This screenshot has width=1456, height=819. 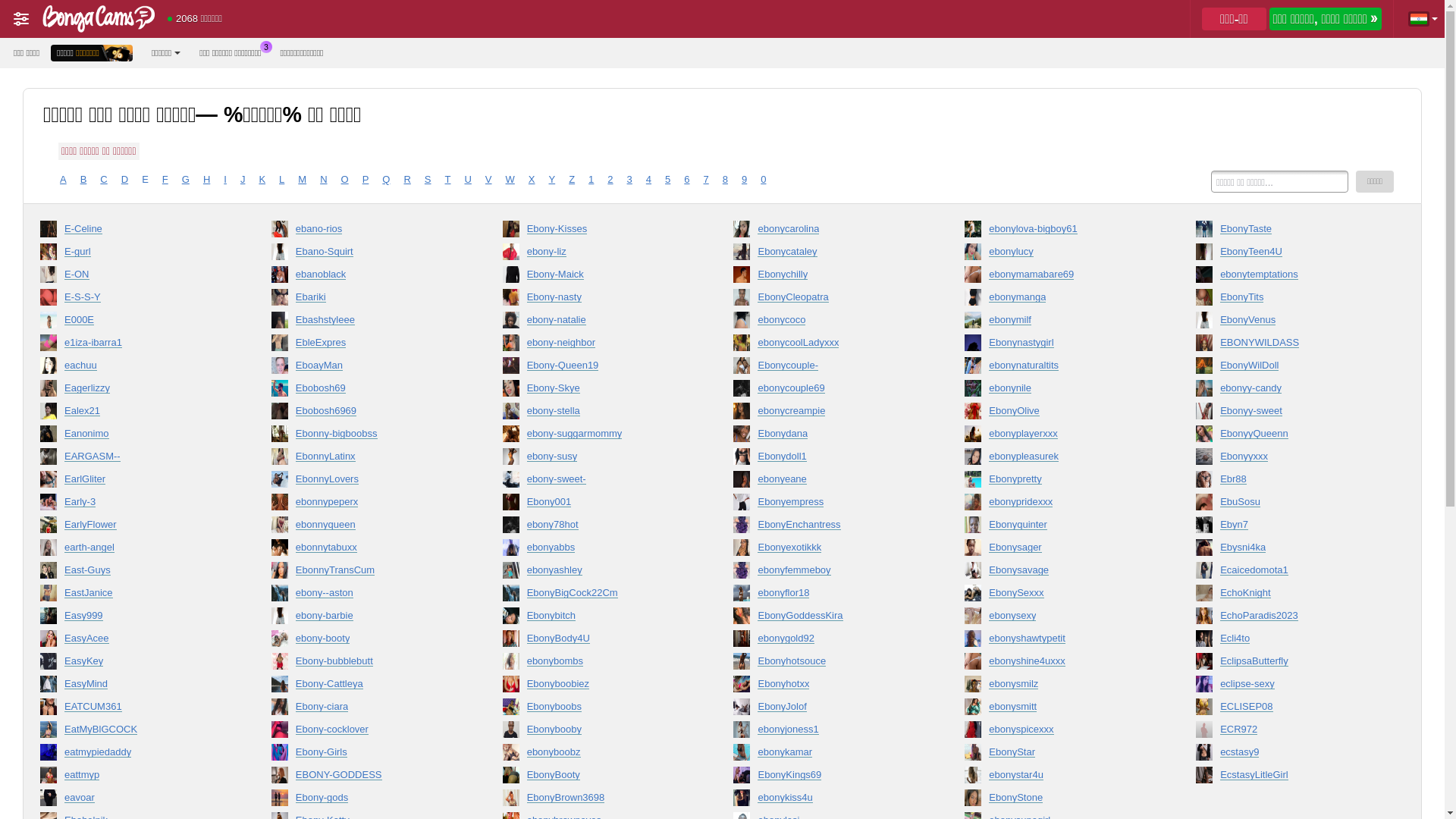 I want to click on 'EBONYWILDASS', so click(x=1288, y=345).